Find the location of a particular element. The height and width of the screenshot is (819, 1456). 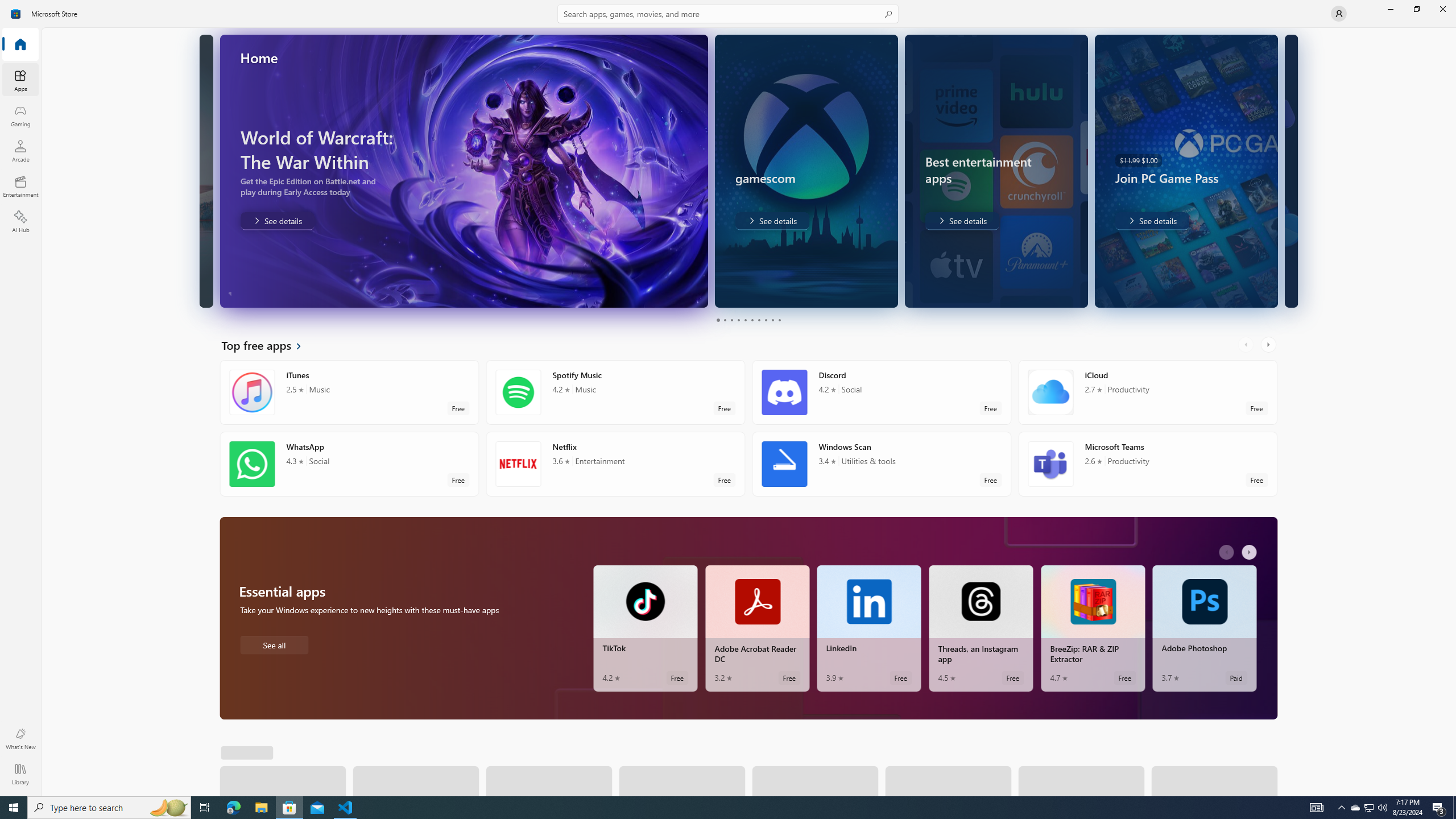

'Discord. Average rating of 4.2 out of five stars. Free  ' is located at coordinates (881, 392).